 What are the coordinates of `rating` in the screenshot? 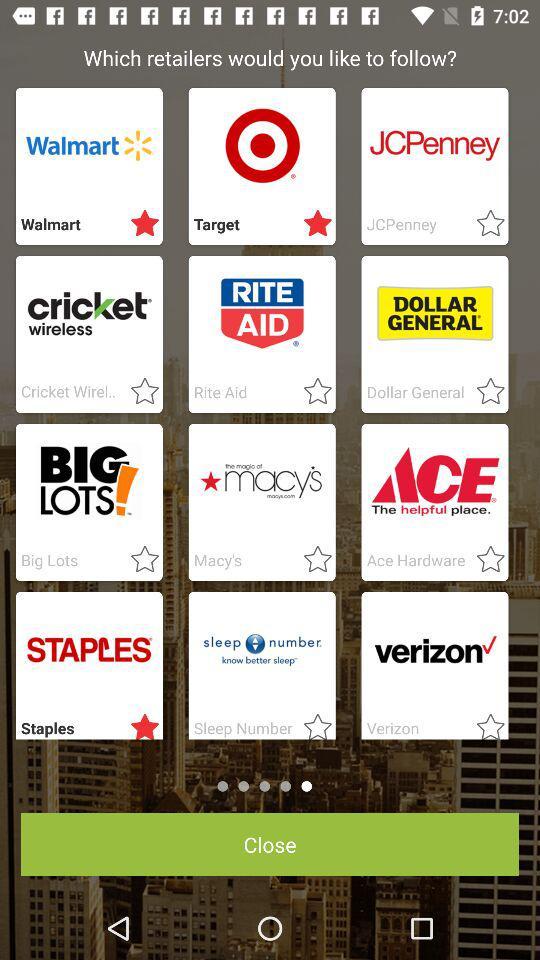 It's located at (312, 391).